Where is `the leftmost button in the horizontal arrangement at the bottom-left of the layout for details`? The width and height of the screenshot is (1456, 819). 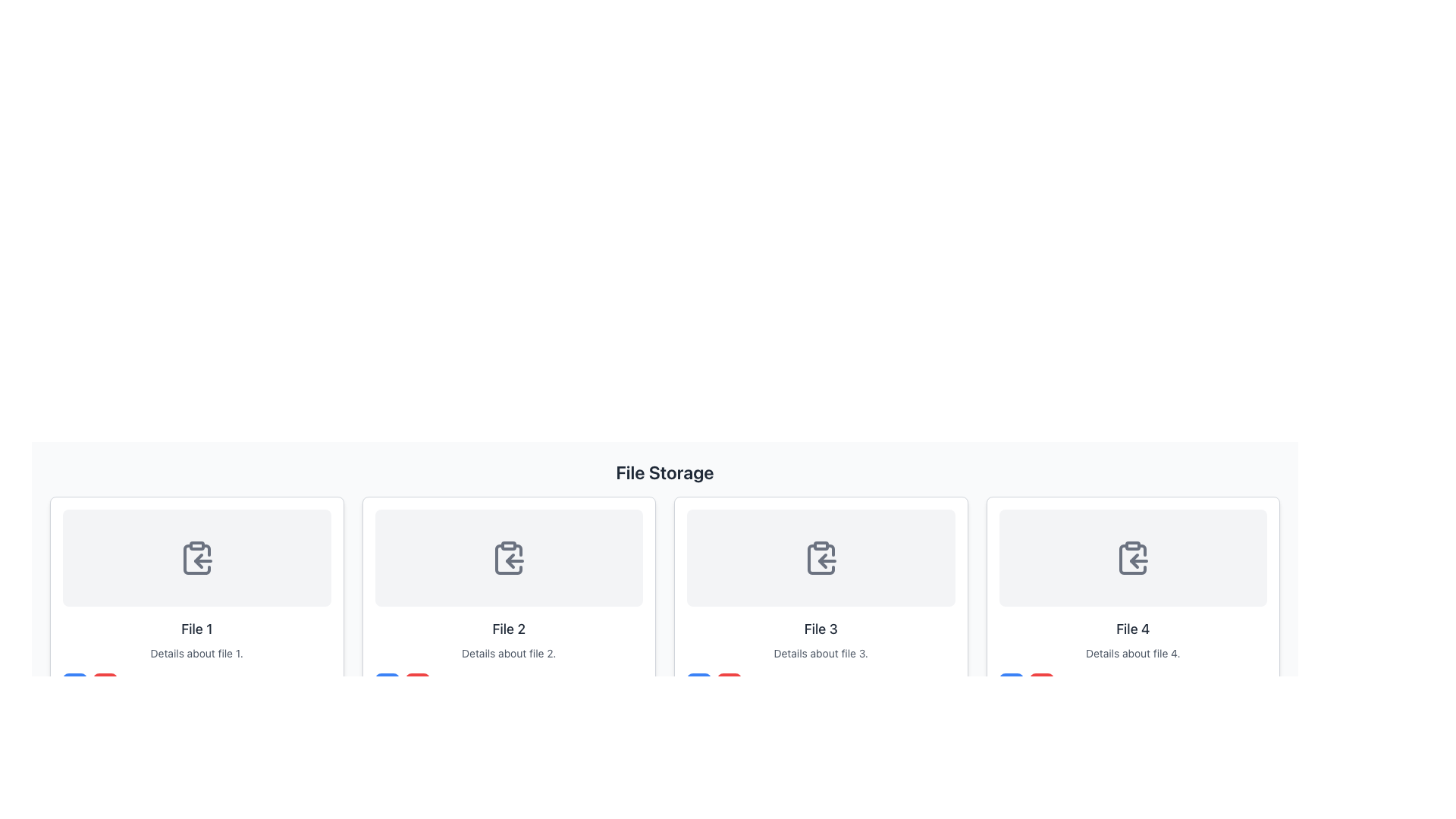
the leftmost button in the horizontal arrangement at the bottom-left of the layout for details is located at coordinates (74, 685).